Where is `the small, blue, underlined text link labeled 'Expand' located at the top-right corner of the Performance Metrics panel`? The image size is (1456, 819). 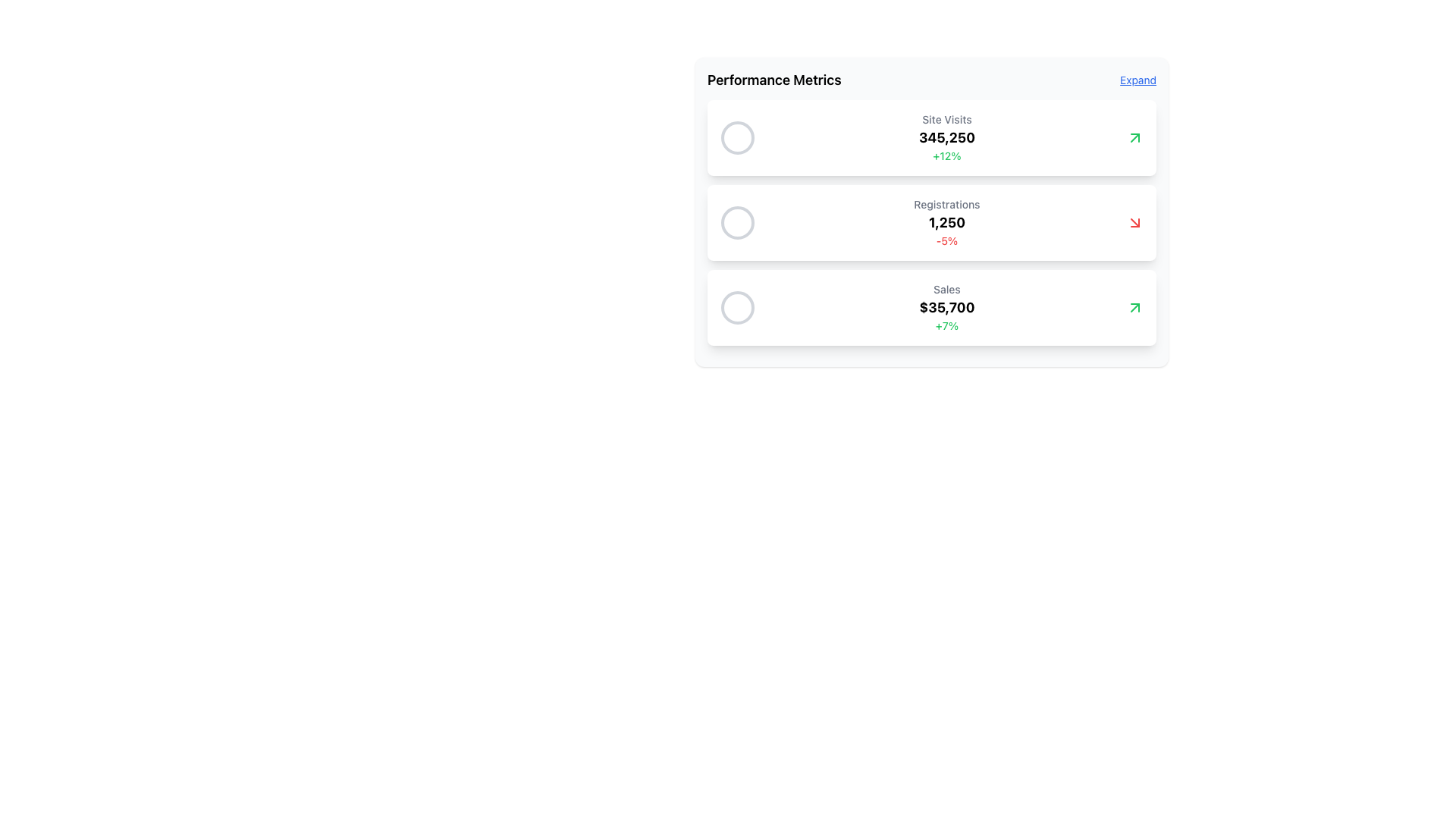 the small, blue, underlined text link labeled 'Expand' located at the top-right corner of the Performance Metrics panel is located at coordinates (1138, 80).